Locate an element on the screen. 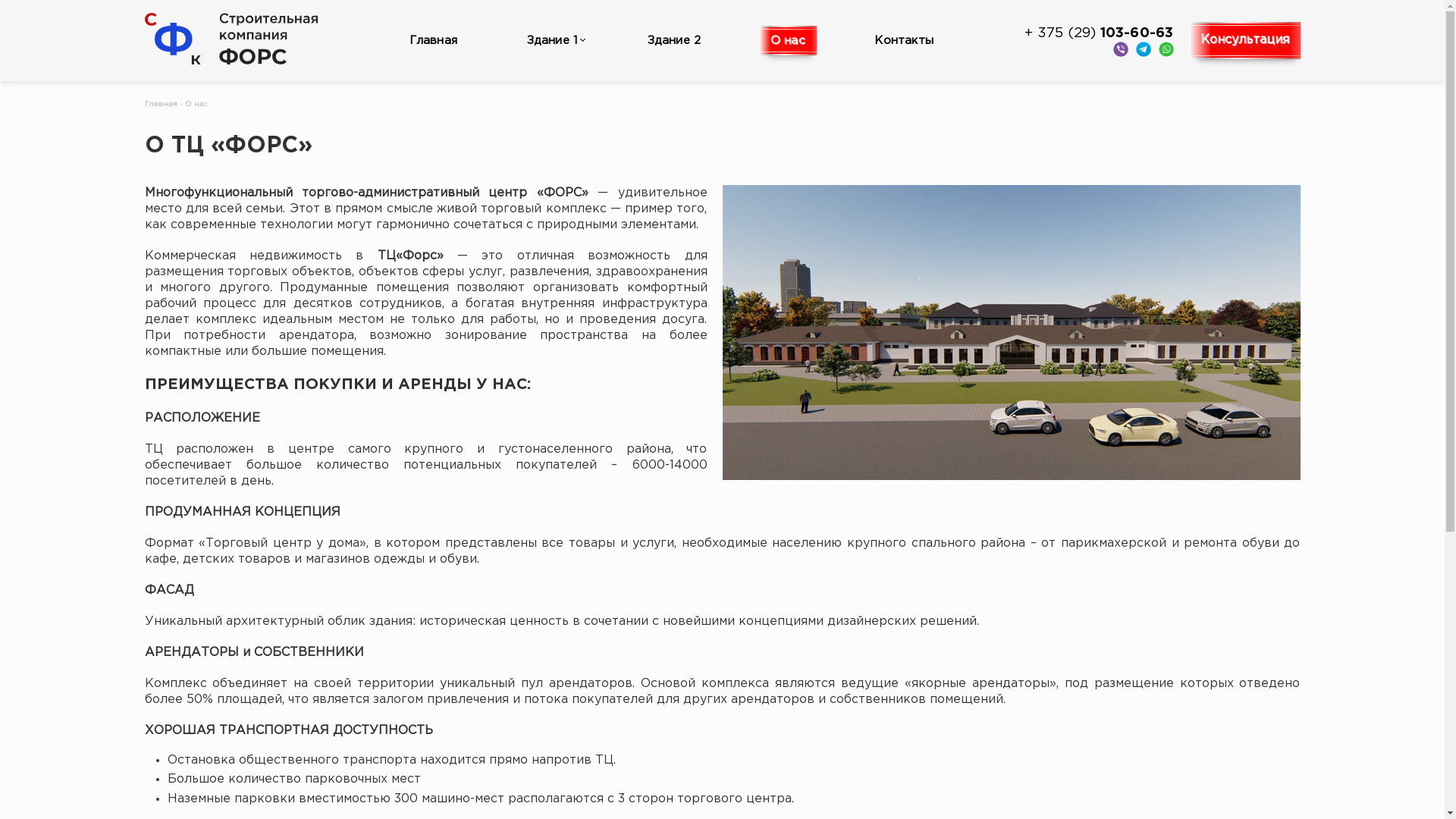 The height and width of the screenshot is (819, 1456). '+ 375 (29) 103-60-63' is located at coordinates (1099, 33).